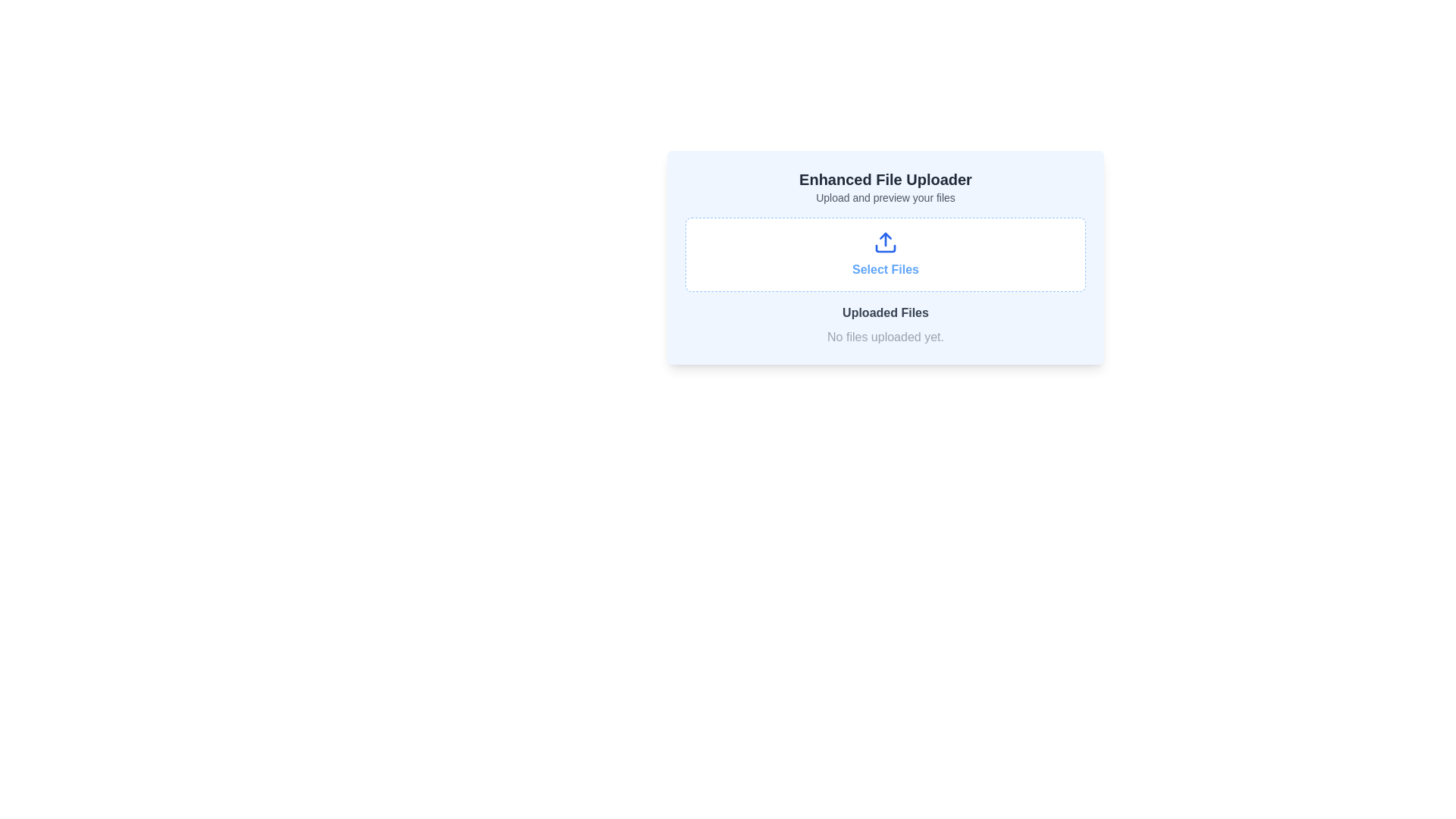 This screenshot has height=819, width=1456. Describe the element at coordinates (885, 253) in the screenshot. I see `the 'Select Files' button with an upward-pointing upload icon for keyboard navigation` at that location.